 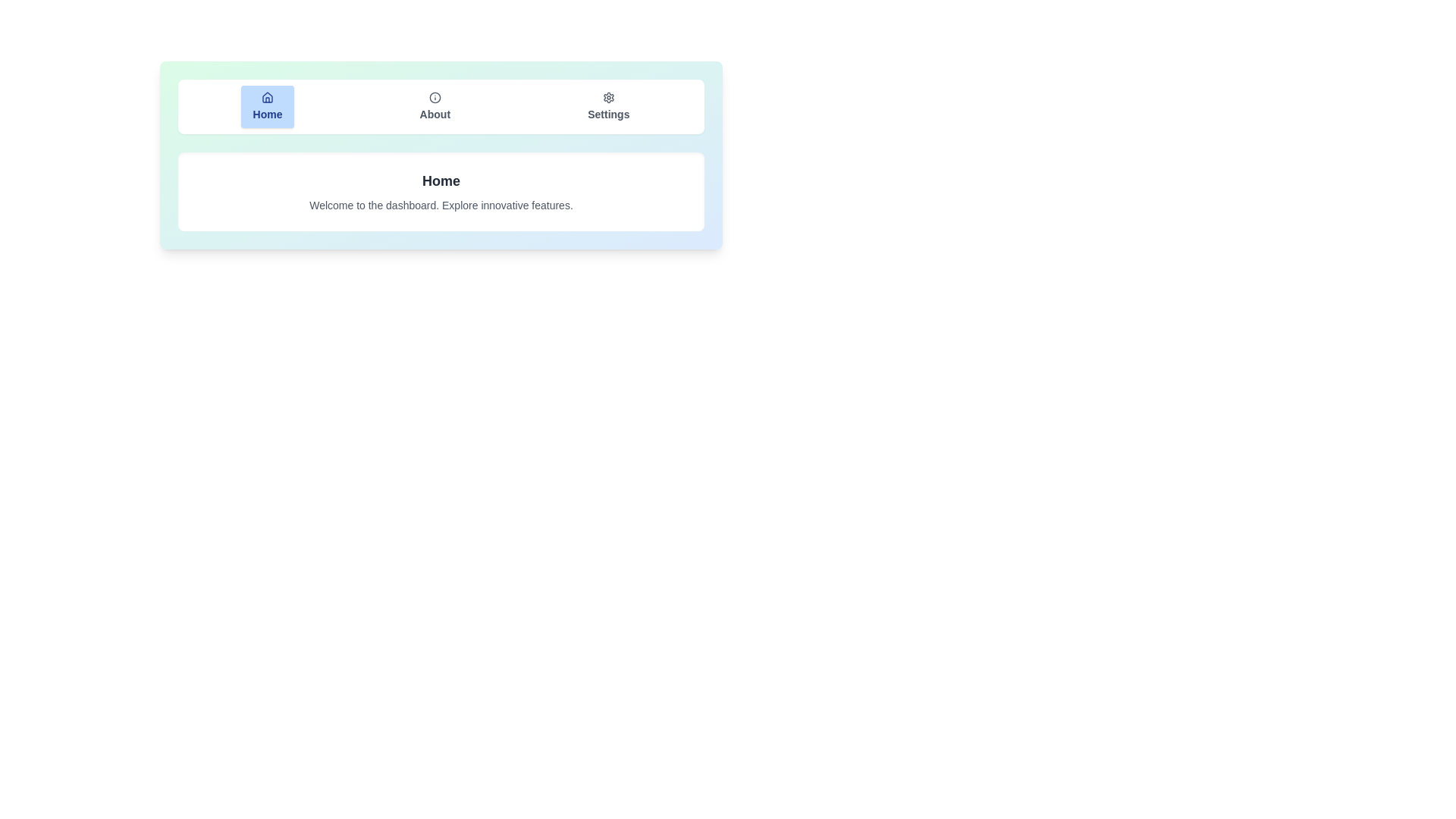 What do you see at coordinates (608, 106) in the screenshot?
I see `the 'Settings' tab button to switch to the settings view` at bounding box center [608, 106].